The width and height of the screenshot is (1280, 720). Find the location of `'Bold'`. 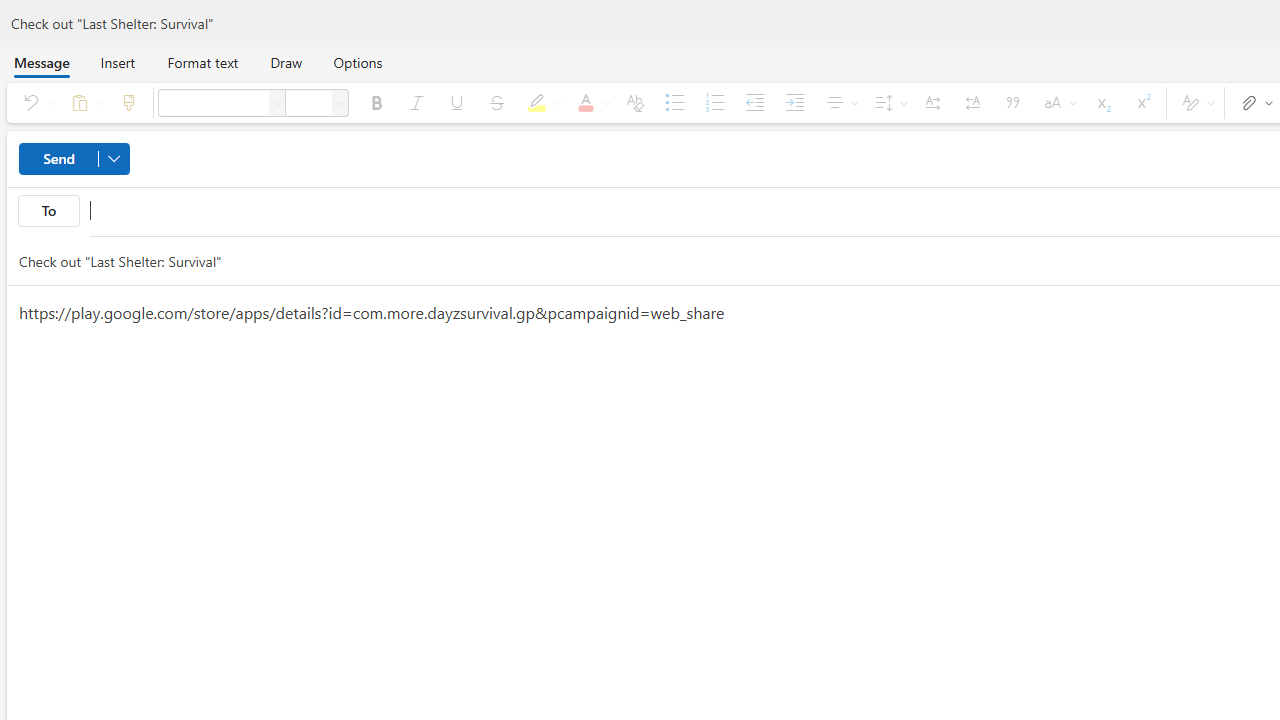

'Bold' is located at coordinates (376, 102).